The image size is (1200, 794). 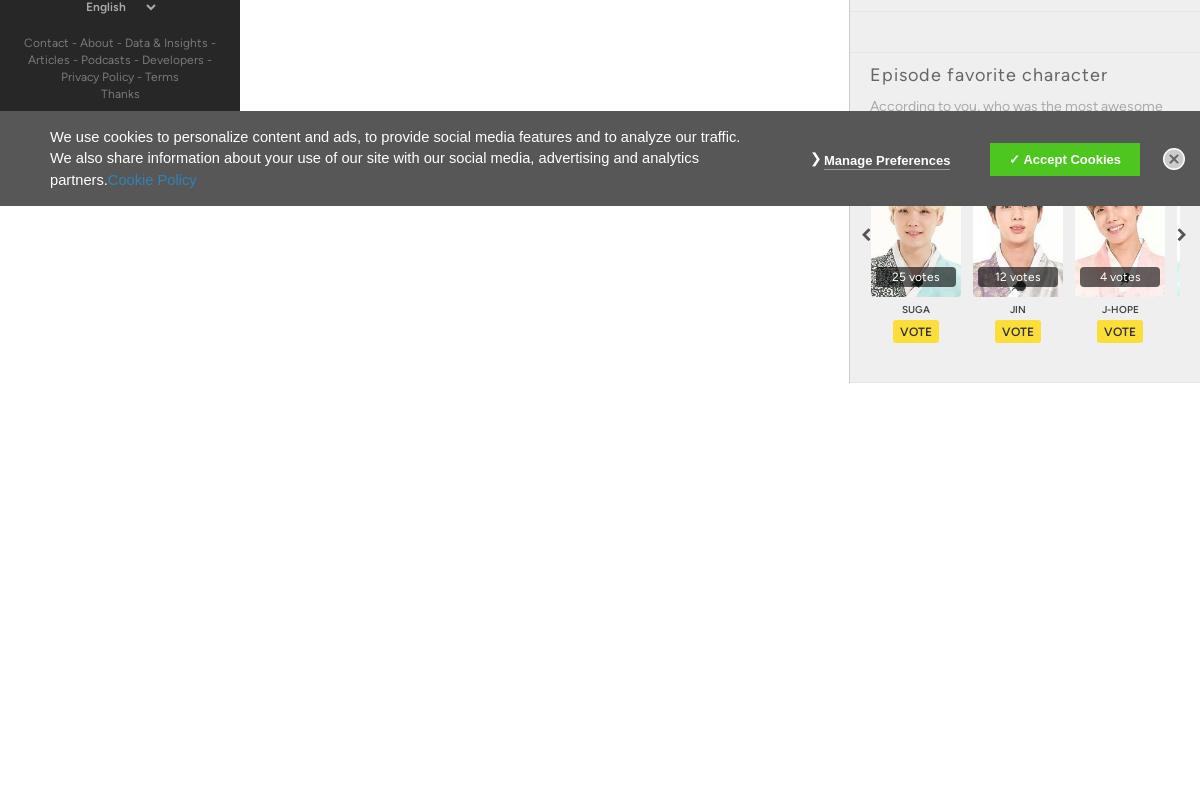 I want to click on 'Manage Preferences', so click(x=886, y=158).